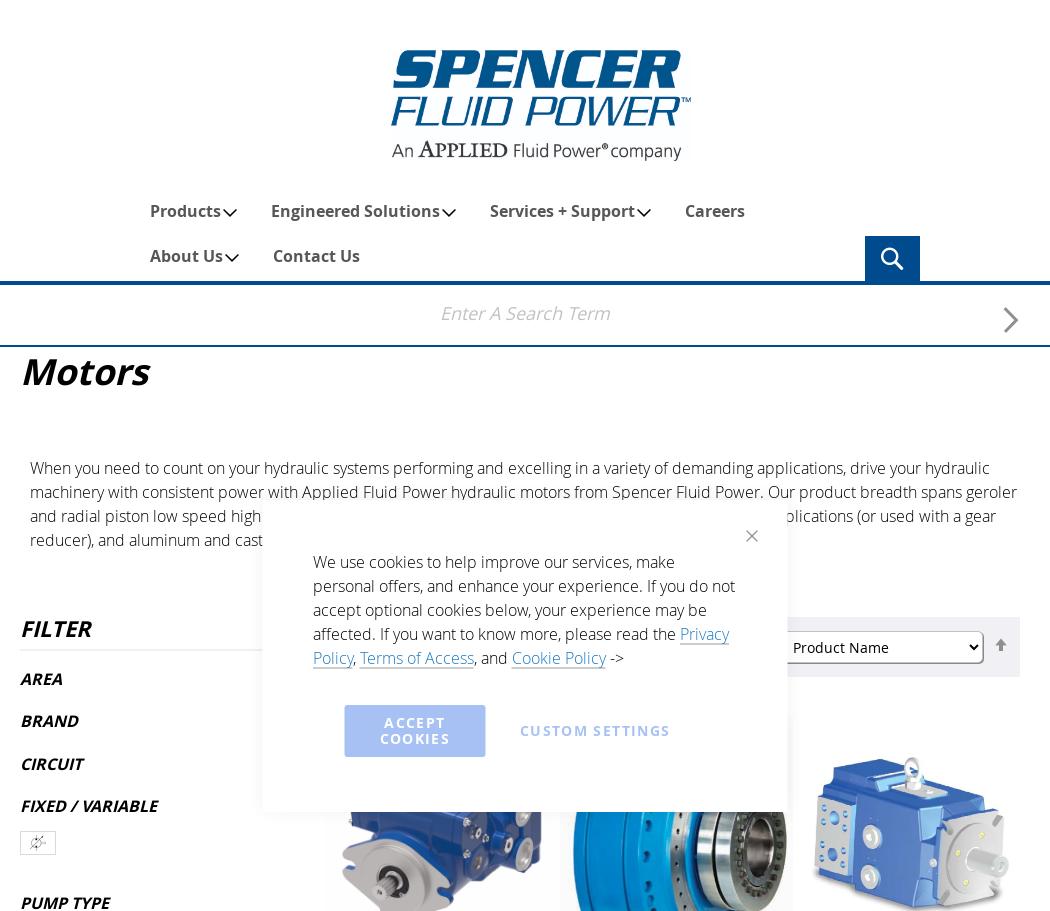 The height and width of the screenshot is (911, 1050). Describe the element at coordinates (39, 676) in the screenshot. I see `'Area'` at that location.